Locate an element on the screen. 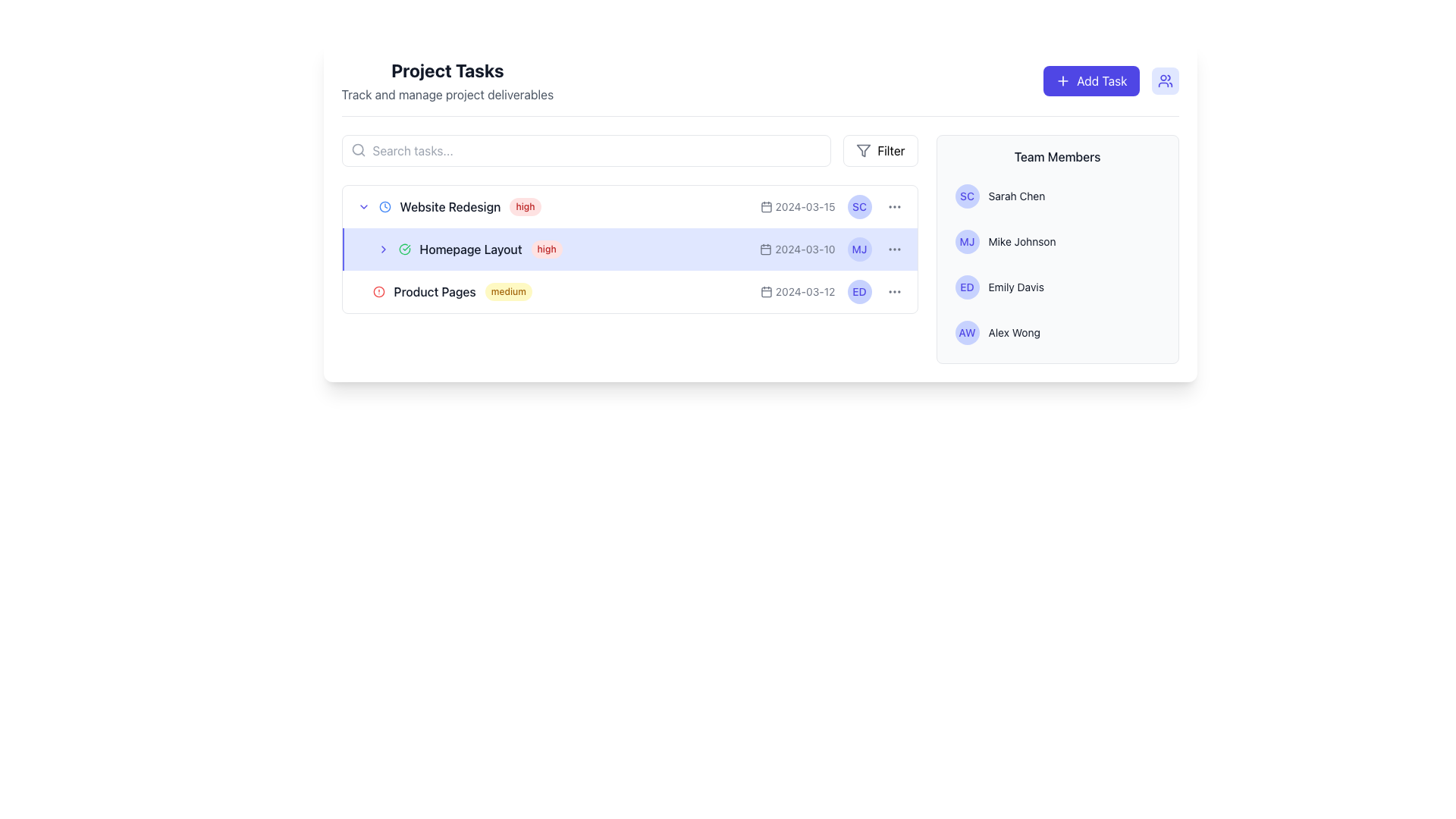  badge labeled 'high' that indicates the priority for the task 'Homepage Layout', located to the right of the task name in the Project Tasks list is located at coordinates (546, 248).